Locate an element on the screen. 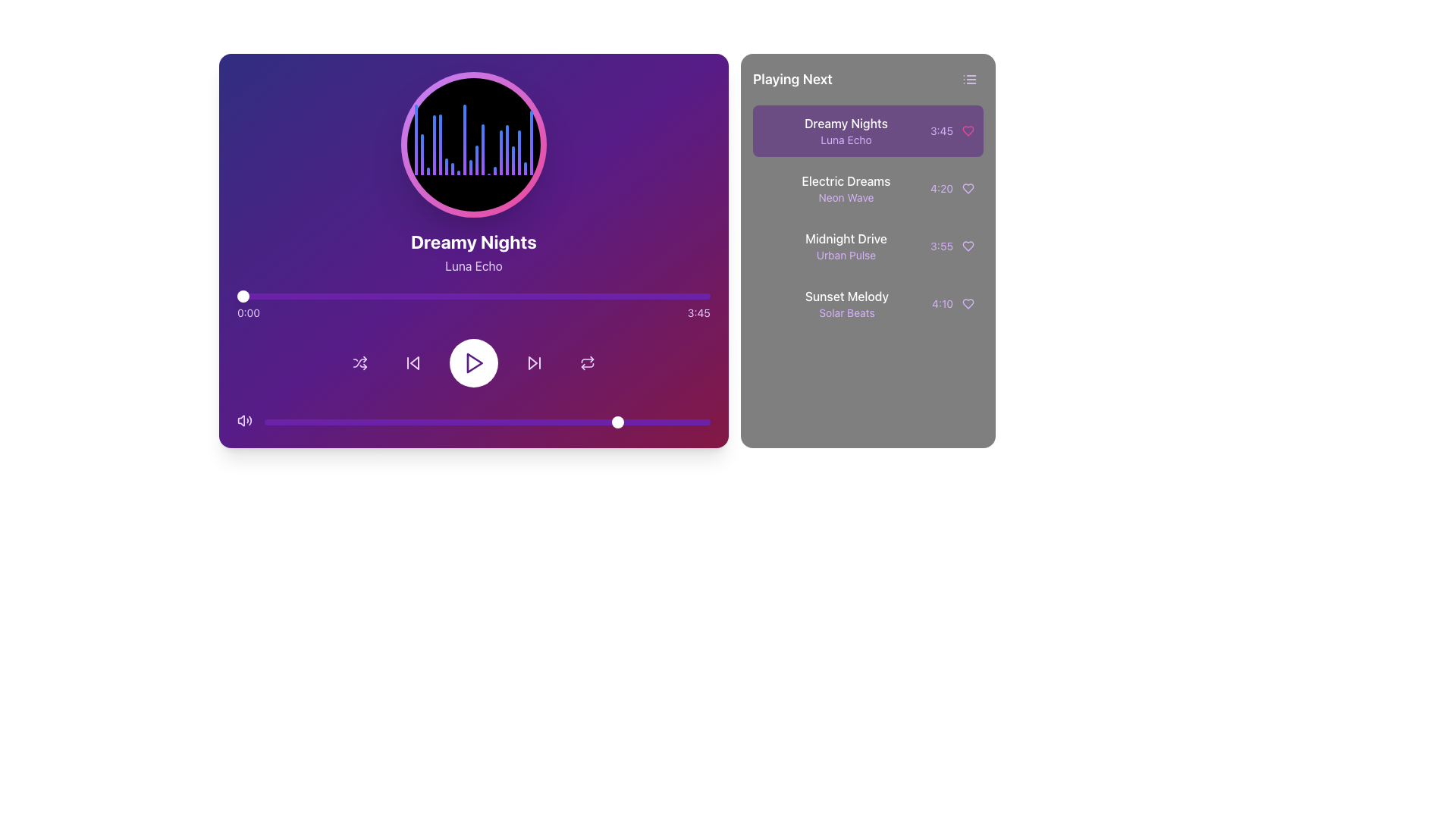 This screenshot has width=1456, height=819. the triangular 'skip forward' button located in the media player interface, which is styled with a white stroke color against a purple background, to skip forward to the next track is located at coordinates (535, 362).